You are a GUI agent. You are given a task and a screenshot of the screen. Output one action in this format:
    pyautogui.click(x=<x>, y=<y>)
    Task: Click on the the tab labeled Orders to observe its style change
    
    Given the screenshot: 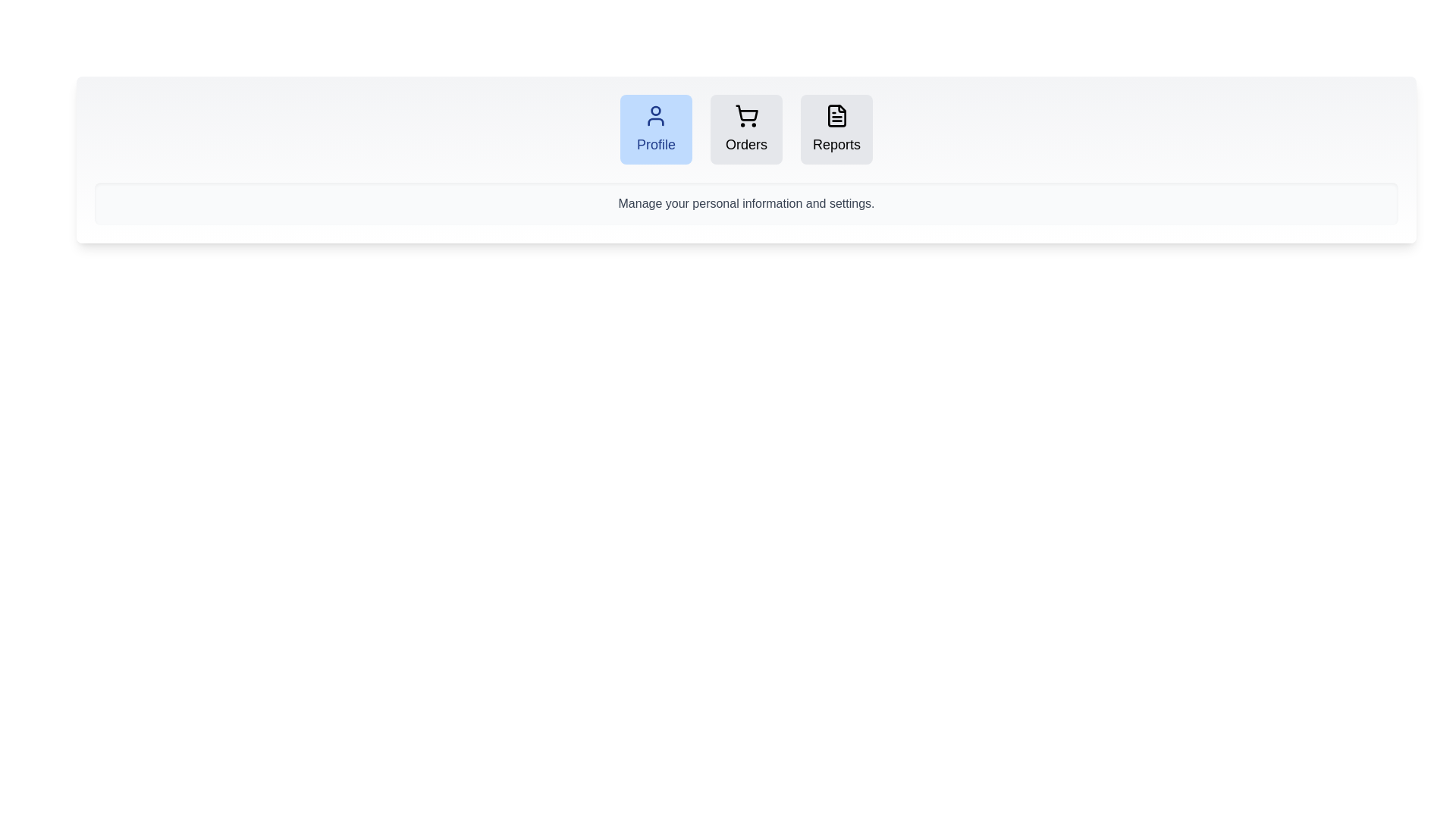 What is the action you would take?
    pyautogui.click(x=745, y=128)
    